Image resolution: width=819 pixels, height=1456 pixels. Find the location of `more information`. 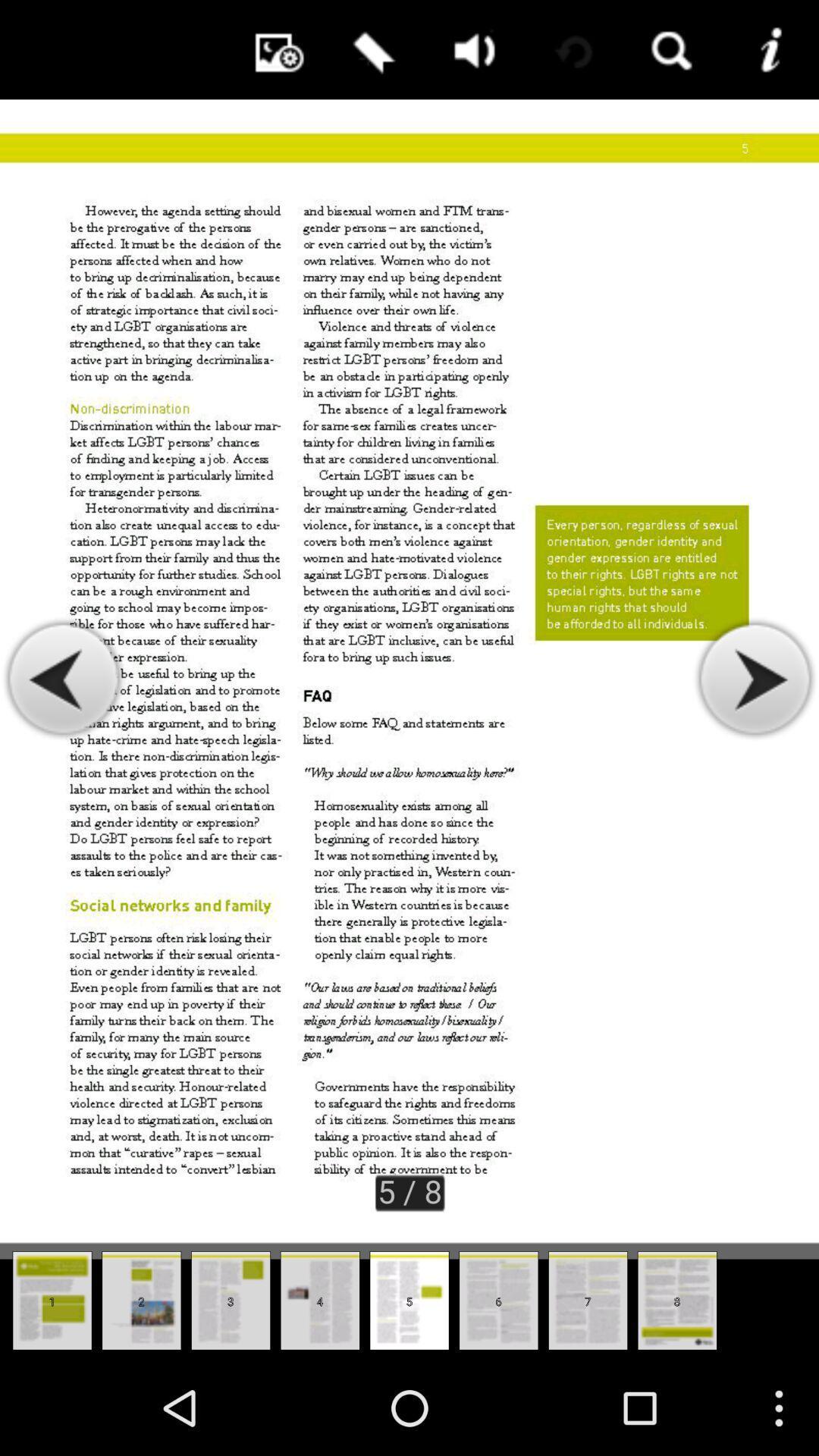

more information is located at coordinates (769, 49).